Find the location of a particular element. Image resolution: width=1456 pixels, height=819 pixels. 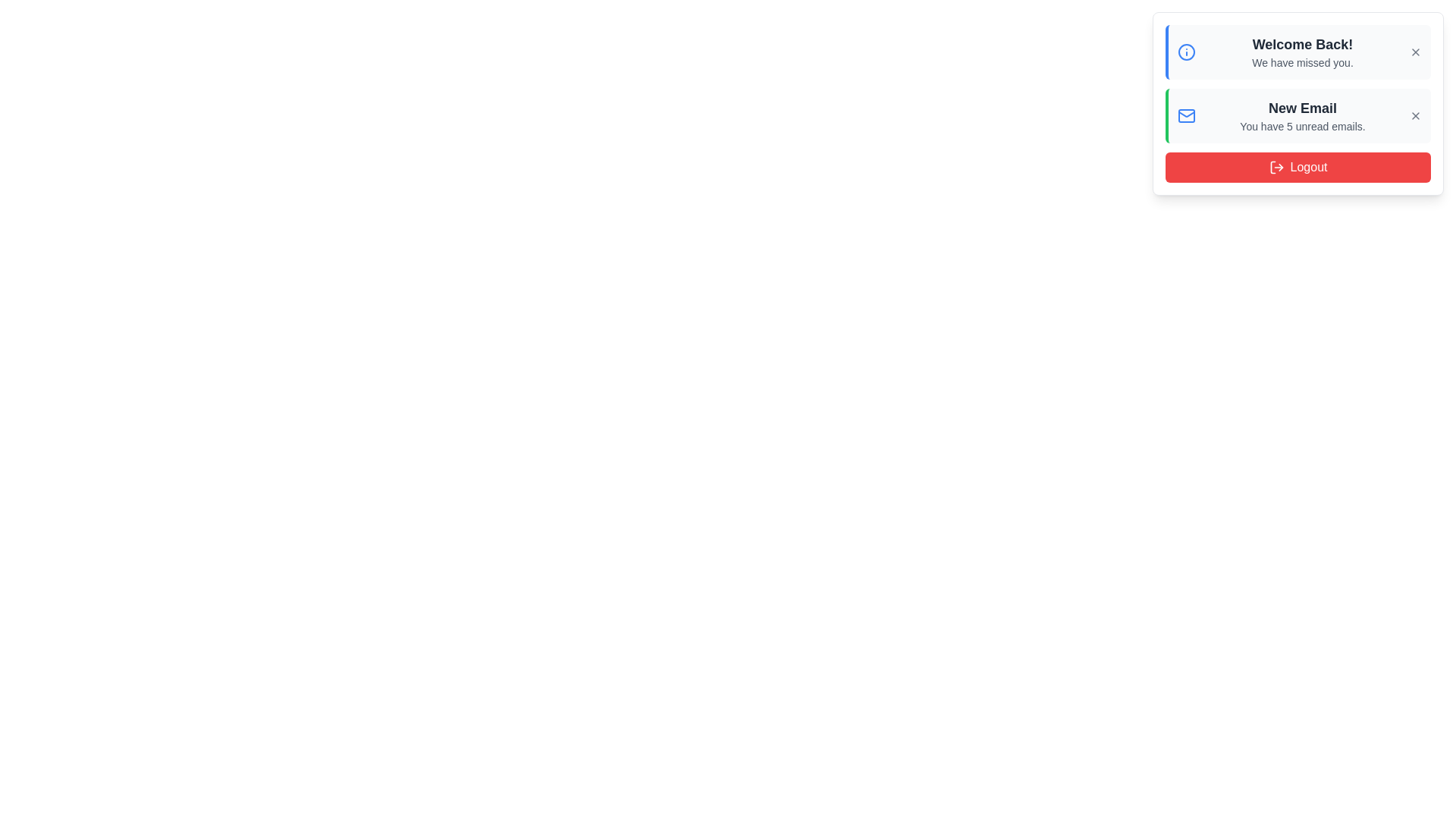

the close button located at the top-right corner of the 'New Email' notification card is located at coordinates (1415, 115).